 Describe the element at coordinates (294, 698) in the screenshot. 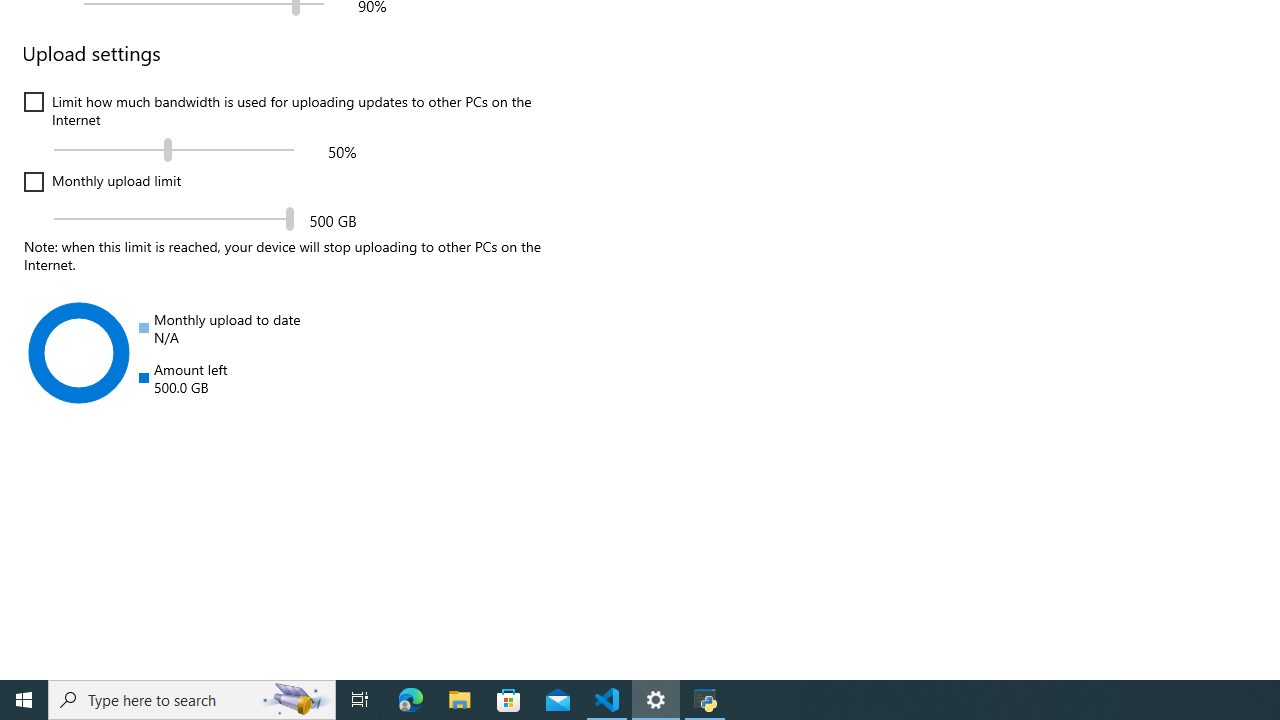

I see `'Search highlights icon opens search home window'` at that location.